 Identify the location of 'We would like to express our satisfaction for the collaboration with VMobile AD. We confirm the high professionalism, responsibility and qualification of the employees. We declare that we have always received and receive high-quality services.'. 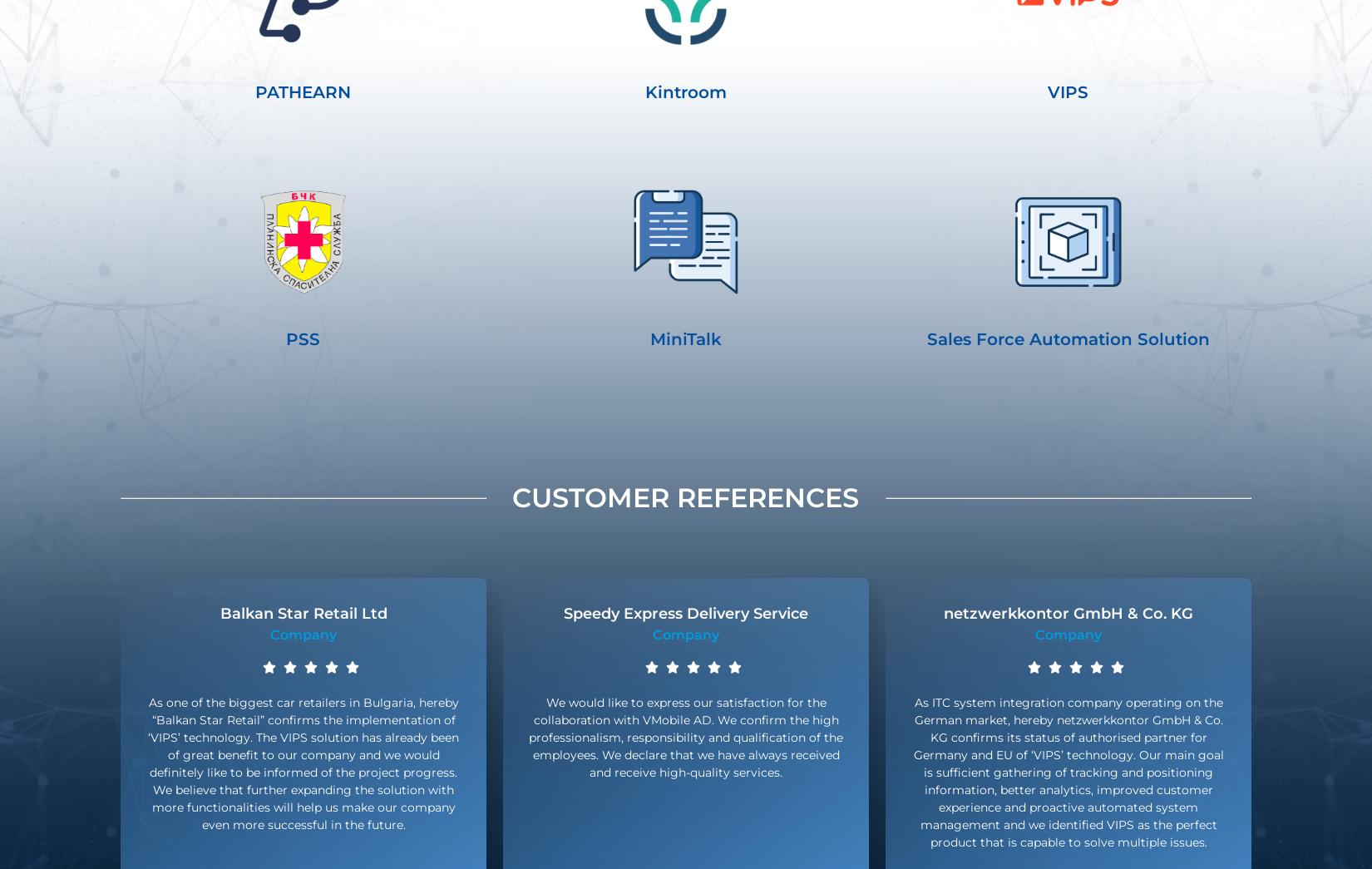
(686, 737).